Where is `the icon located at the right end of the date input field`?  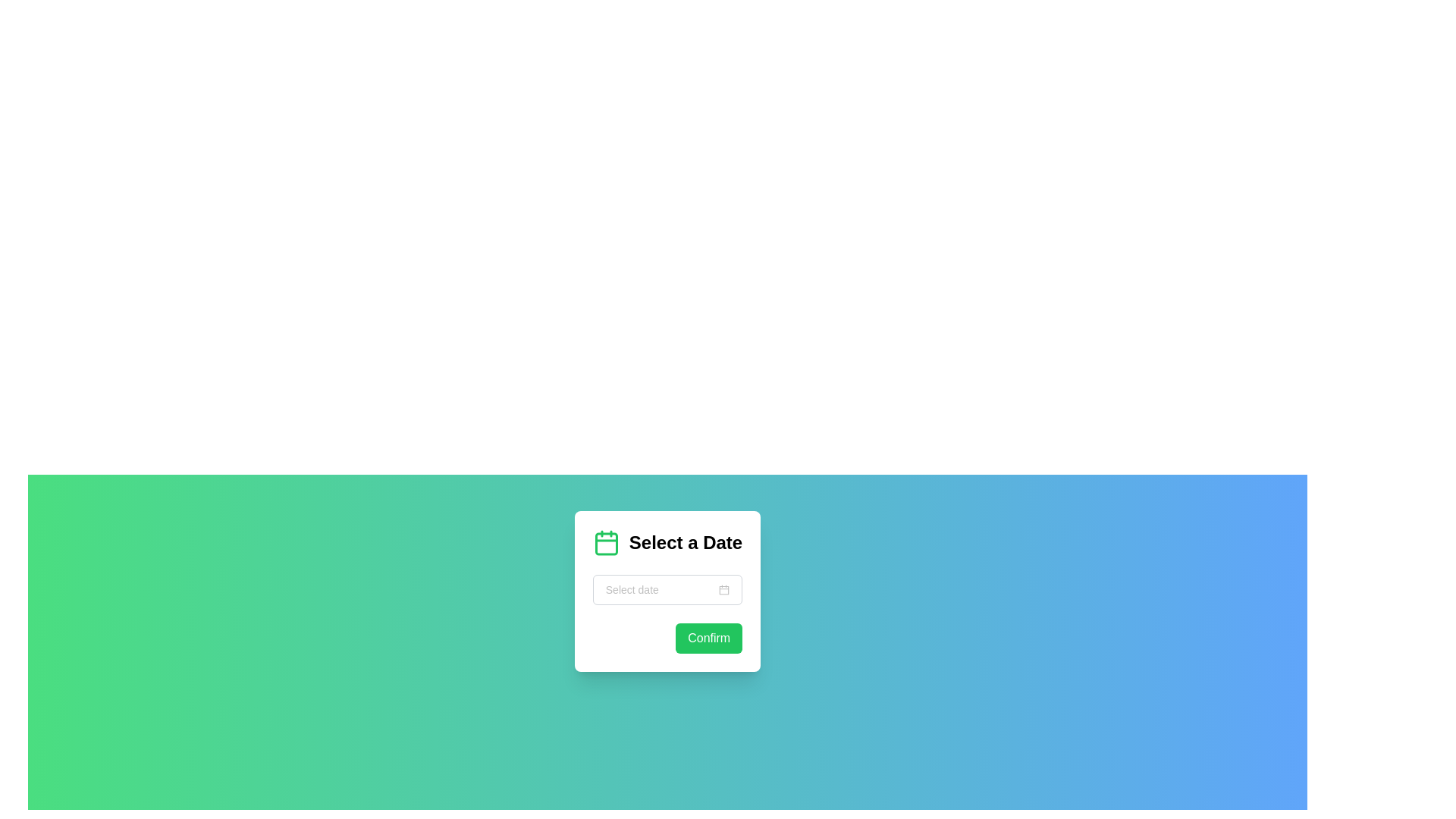 the icon located at the right end of the date input field is located at coordinates (723, 589).